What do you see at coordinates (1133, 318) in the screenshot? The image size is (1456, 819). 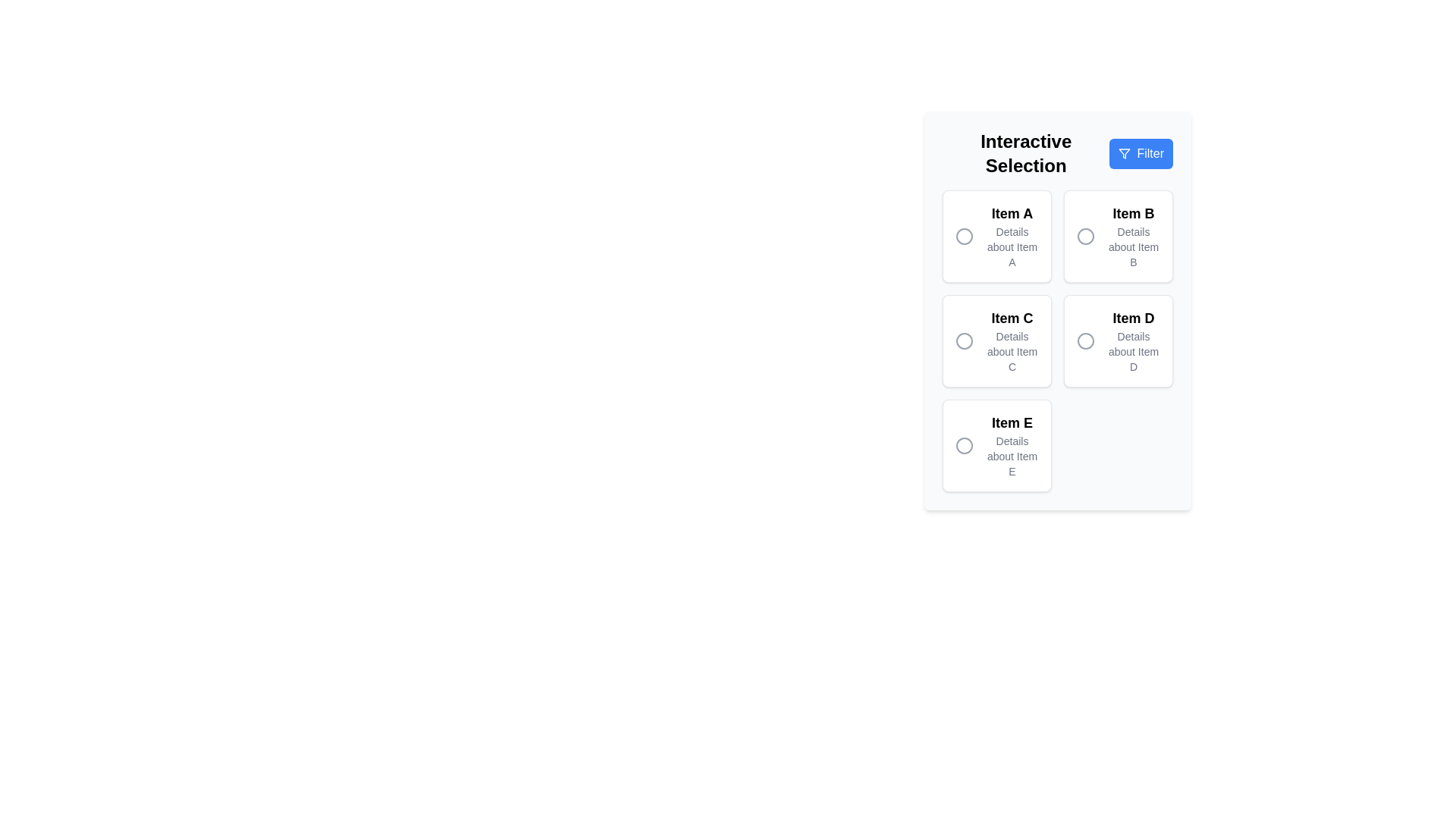 I see `the header label that identifies 'Item D', located in the bottom-right quadrant of the interface grid layout` at bounding box center [1133, 318].